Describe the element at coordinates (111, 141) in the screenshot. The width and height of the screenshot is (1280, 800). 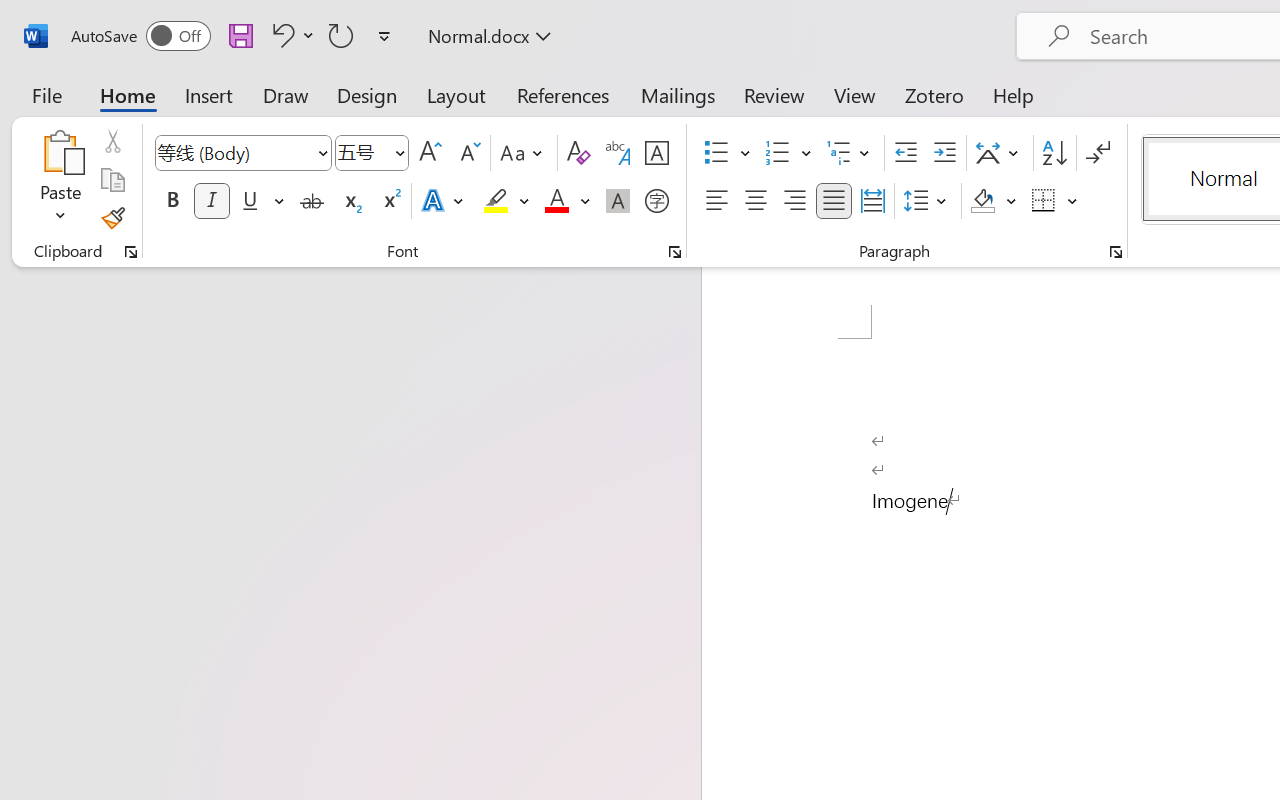
I see `'Cut'` at that location.